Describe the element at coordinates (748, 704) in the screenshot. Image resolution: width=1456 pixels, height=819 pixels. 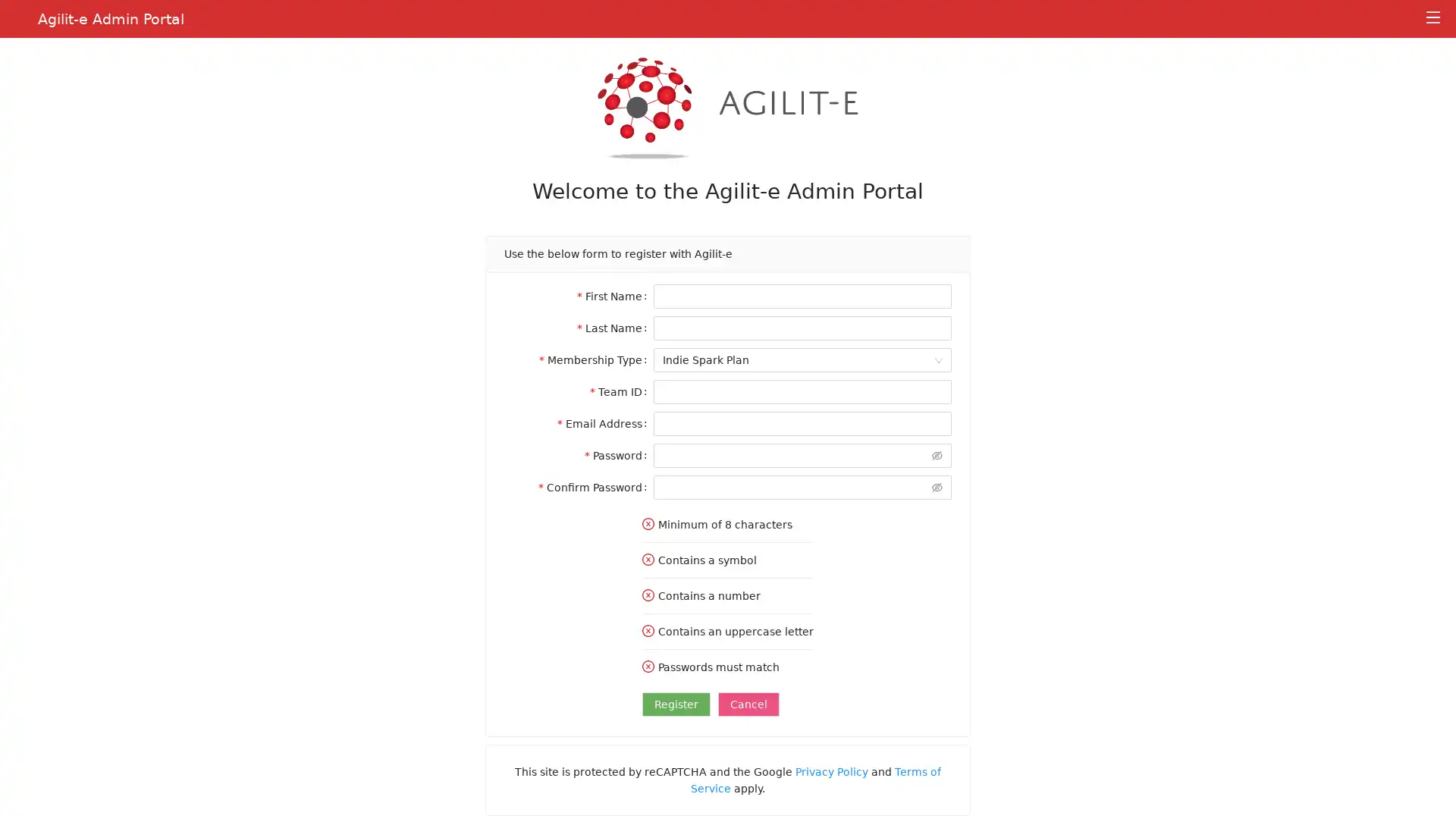
I see `Cancel` at that location.